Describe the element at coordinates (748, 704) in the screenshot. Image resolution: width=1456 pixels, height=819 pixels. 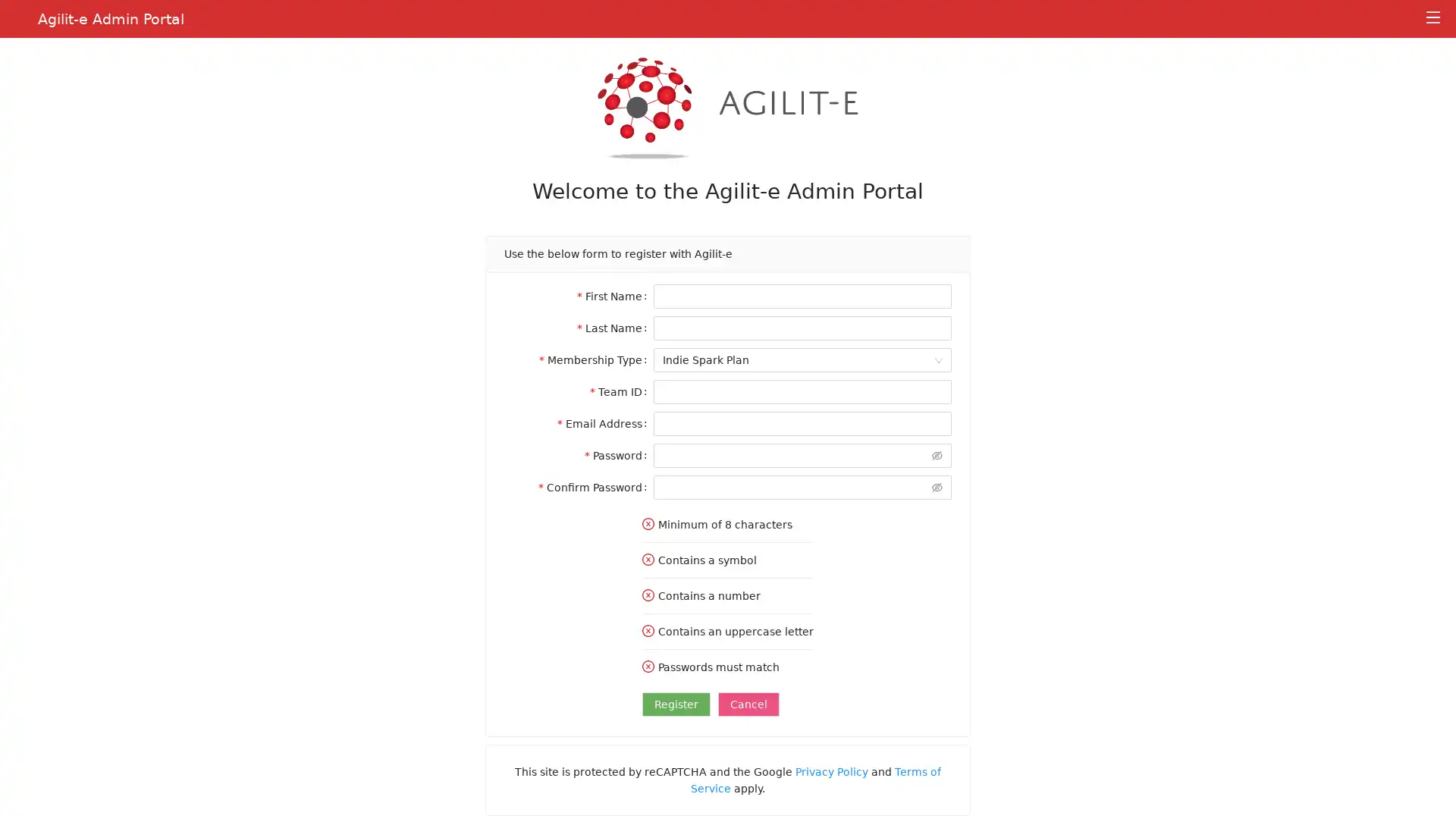
I see `Cancel` at that location.